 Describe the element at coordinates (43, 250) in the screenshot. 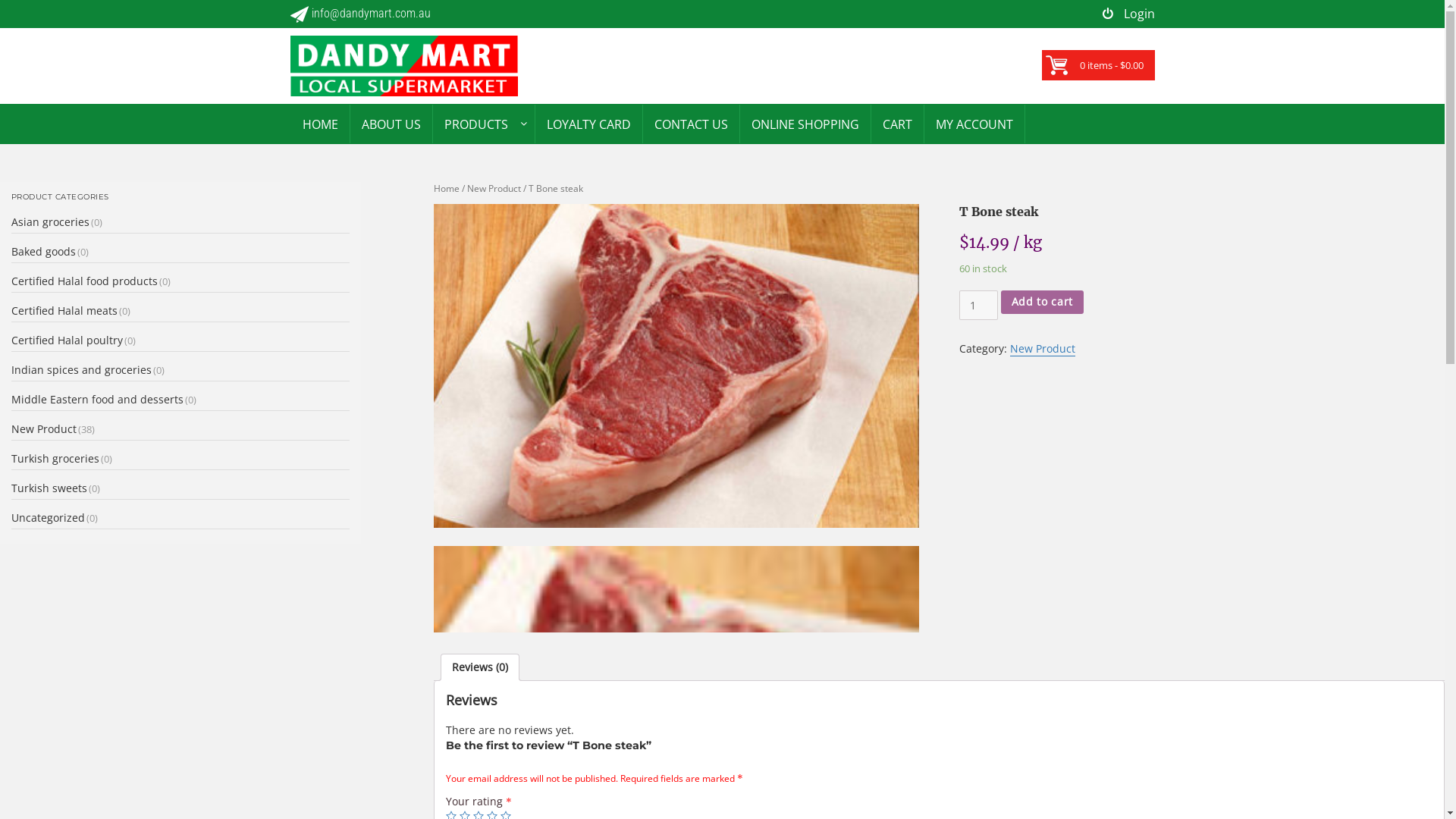

I see `'Baked goods'` at that location.